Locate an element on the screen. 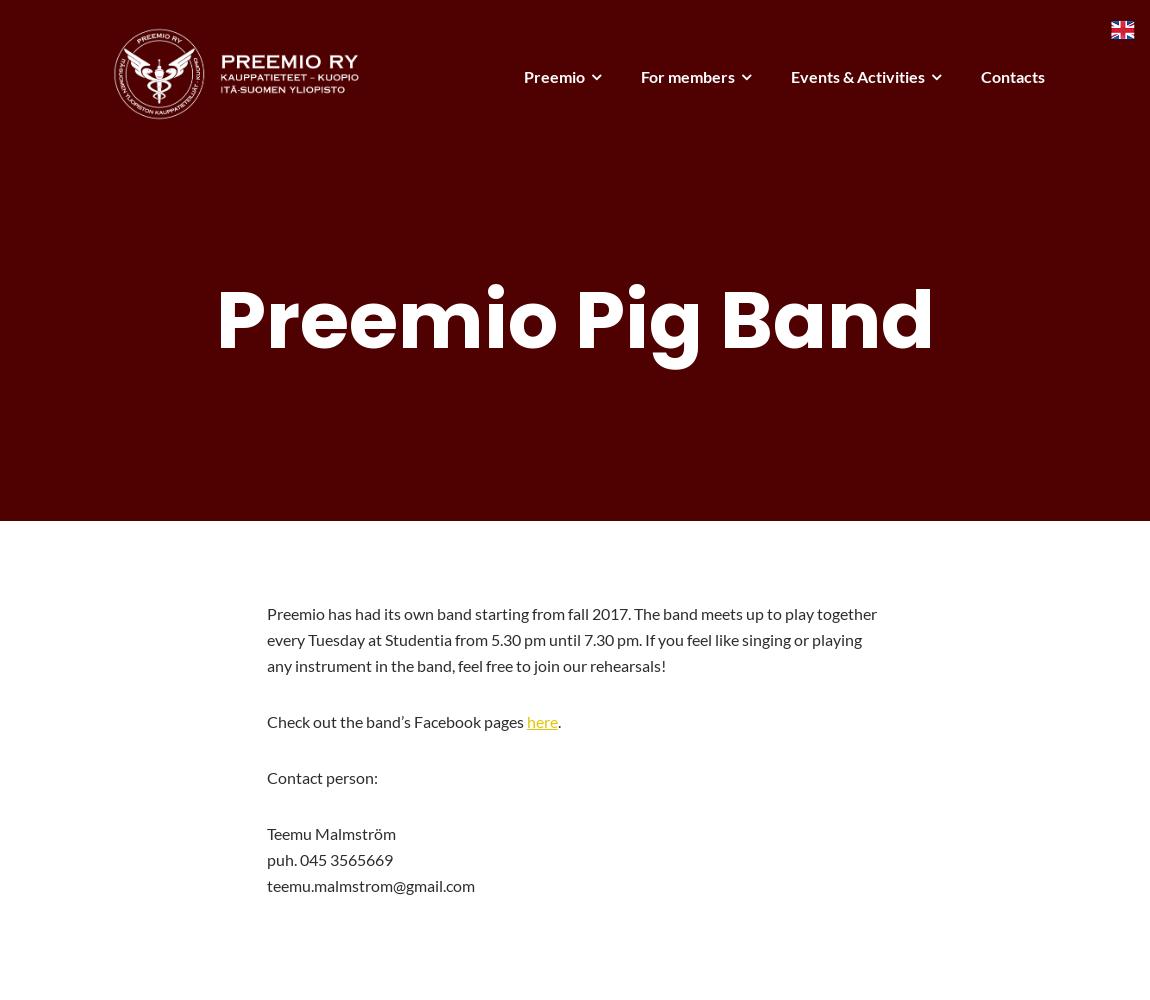 Image resolution: width=1150 pixels, height=1000 pixels. 'Membership' is located at coordinates (643, 133).